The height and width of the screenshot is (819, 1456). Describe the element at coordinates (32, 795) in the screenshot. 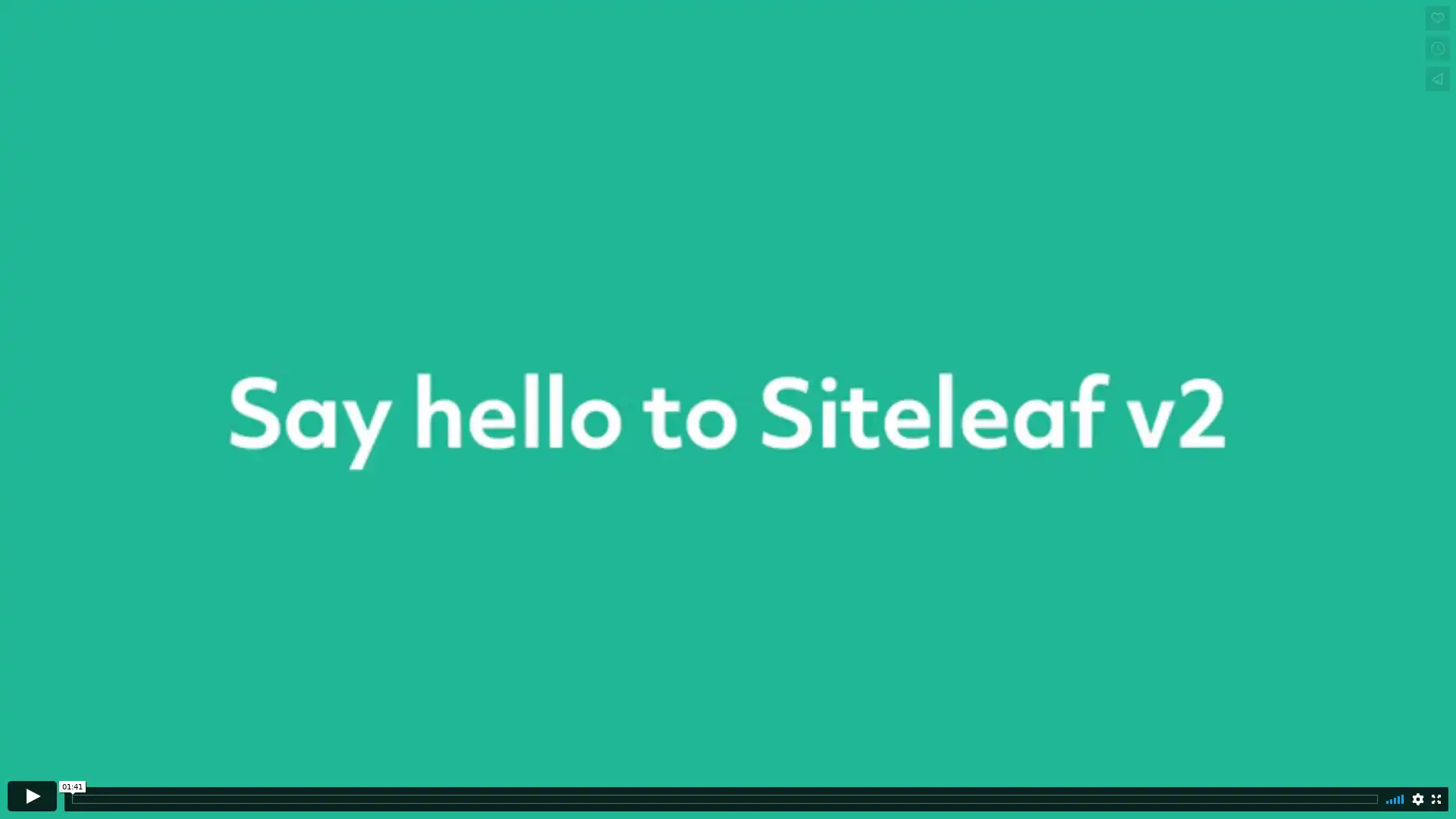

I see `Play` at that location.